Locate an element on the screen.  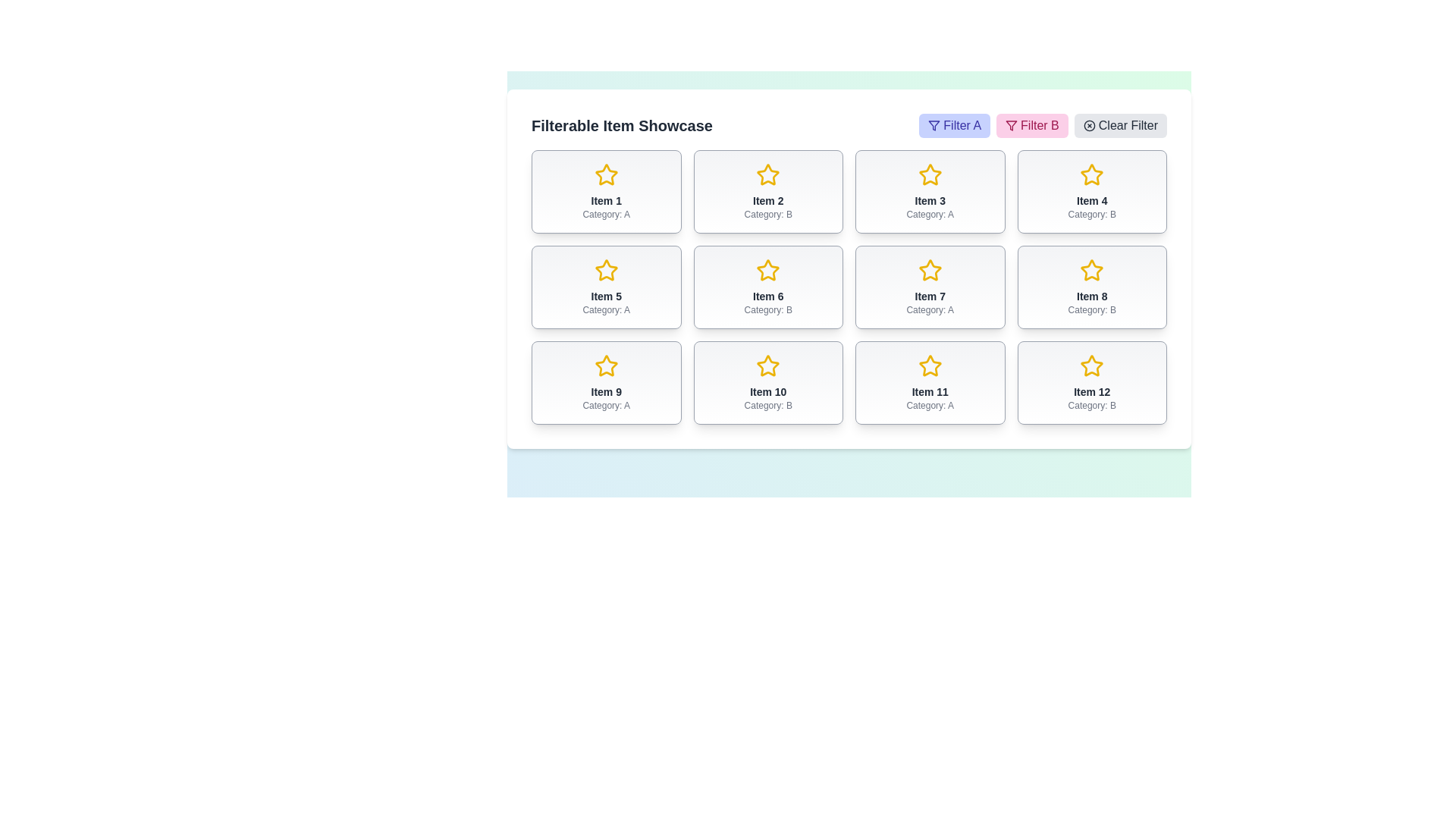
the 'Clear Filter' button, which is the third button in the horizontal section of the filterable item showcase titled 'Filterable Item Showcase' is located at coordinates (848, 124).